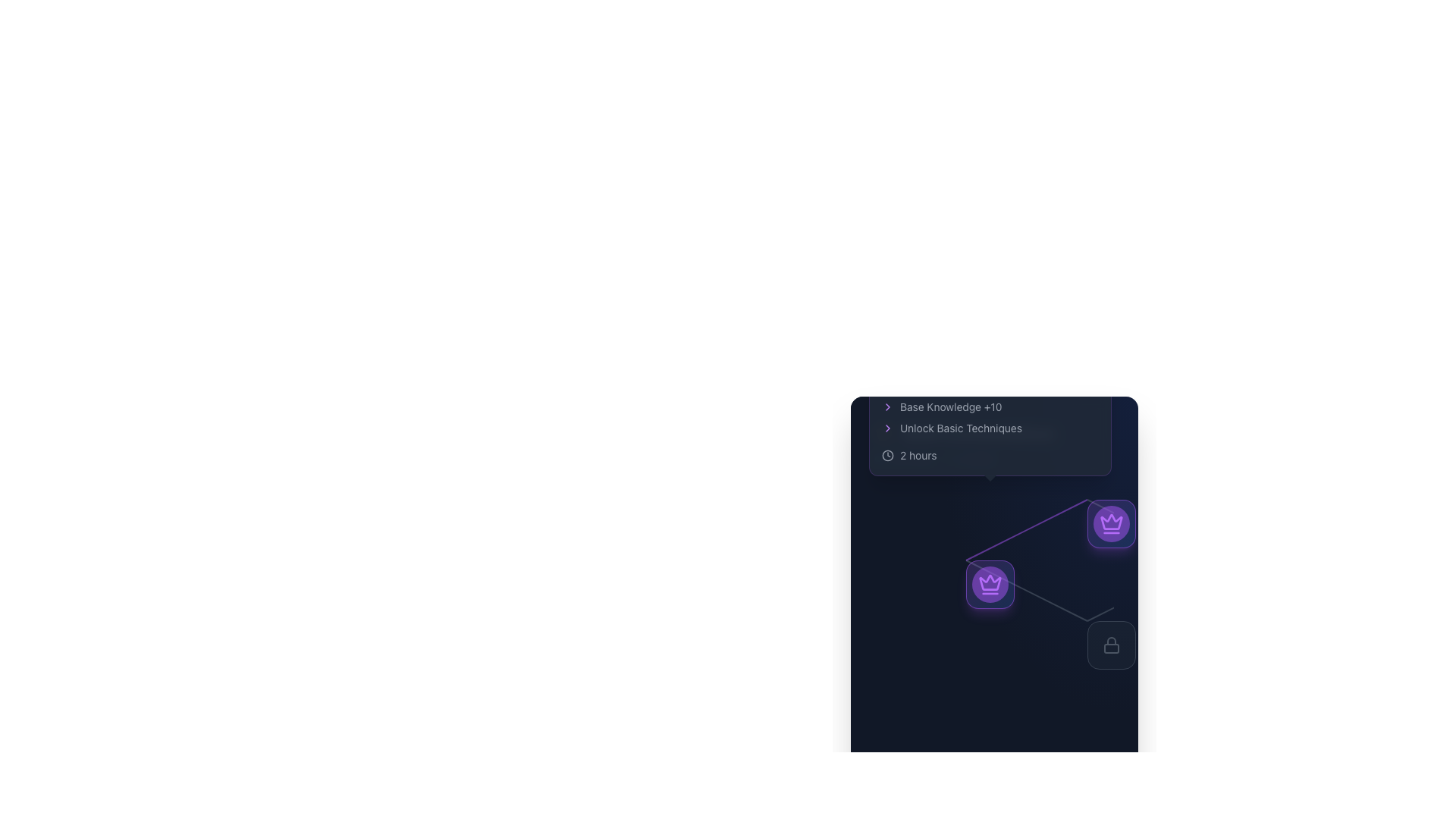 The height and width of the screenshot is (819, 1456). What do you see at coordinates (1111, 521) in the screenshot?
I see `the decorative iconography element that signifies achievement, located on the right side of the visual diagram` at bounding box center [1111, 521].